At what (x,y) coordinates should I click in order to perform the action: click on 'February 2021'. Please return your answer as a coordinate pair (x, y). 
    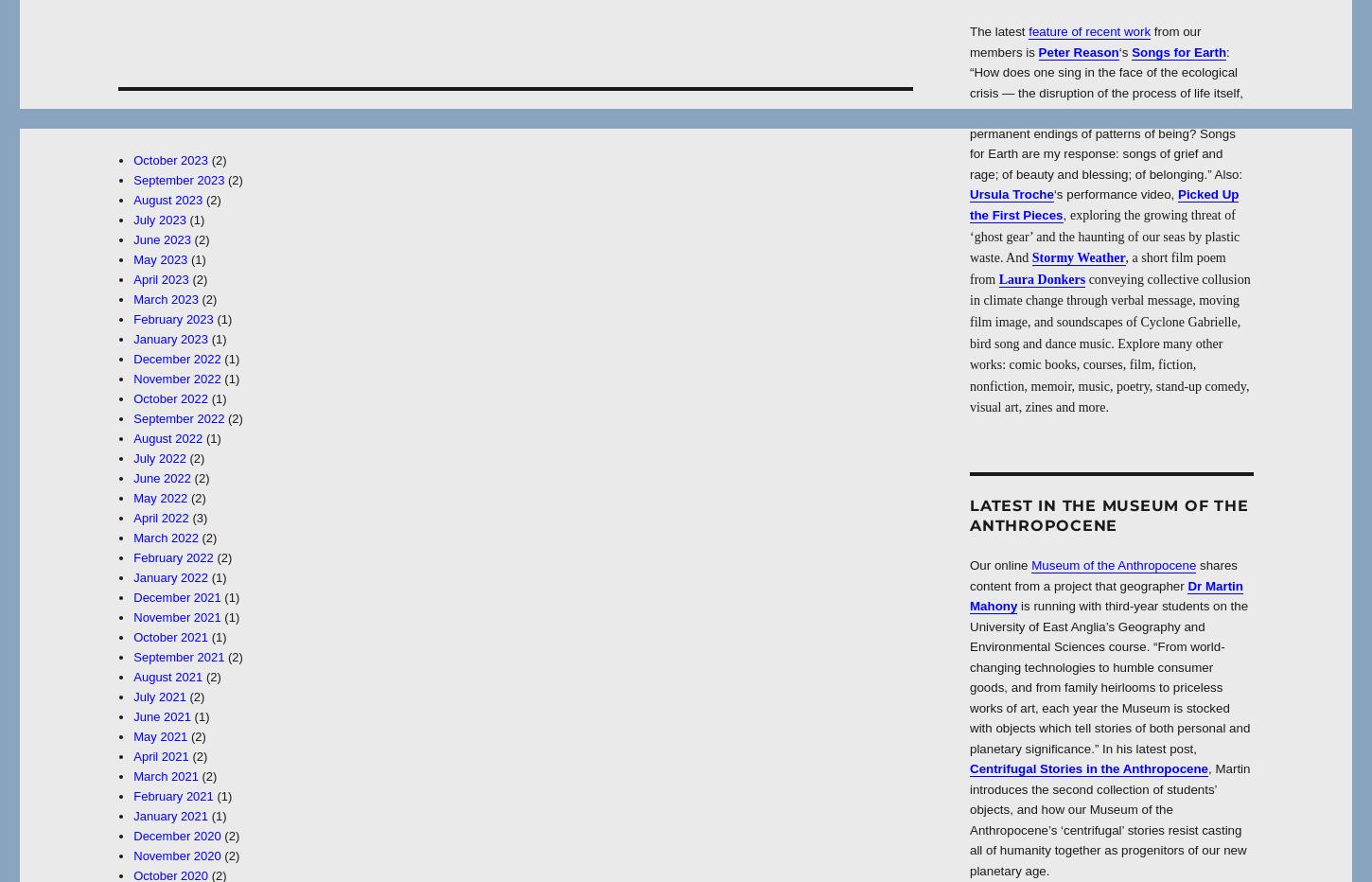
    Looking at the image, I should click on (171, 795).